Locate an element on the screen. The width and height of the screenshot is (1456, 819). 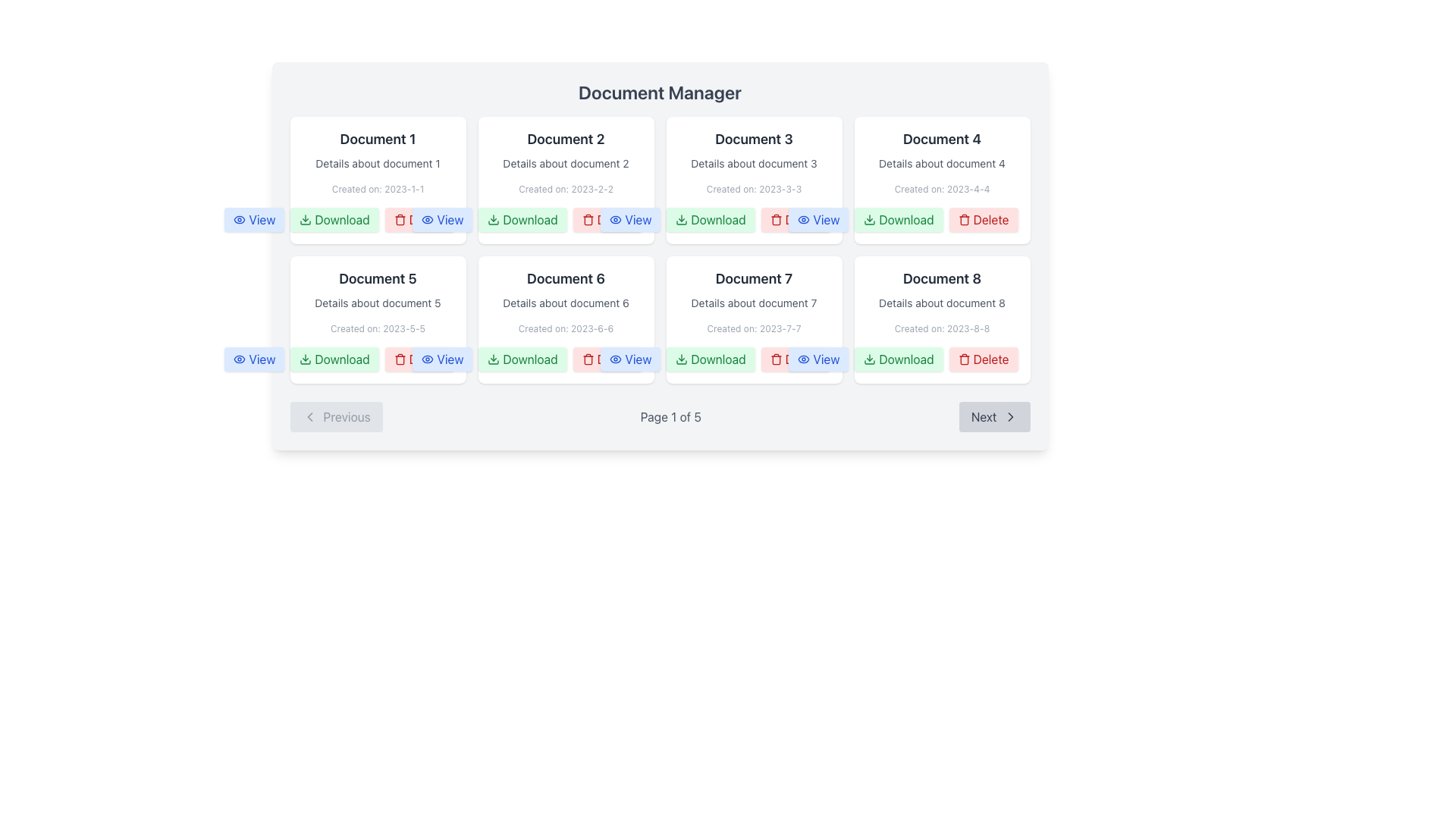
the descriptive text display for the 'Document 3' item in the Document Manager grid, located in the third column of the first row is located at coordinates (754, 164).